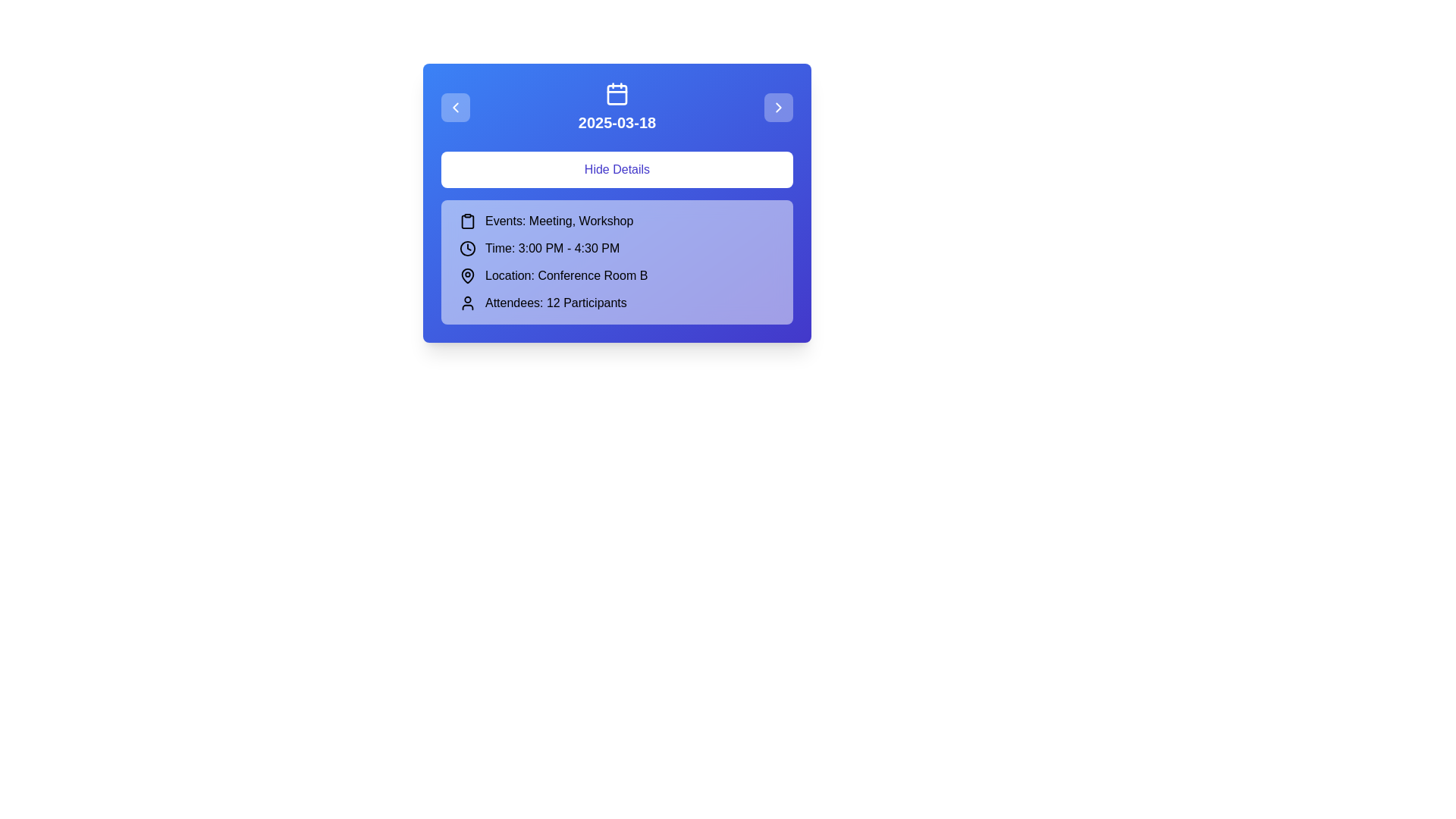  What do you see at coordinates (779, 107) in the screenshot?
I see `the small rightward arrow icon button located in the top-right corner of the section containing the date '2025-03-18'` at bounding box center [779, 107].